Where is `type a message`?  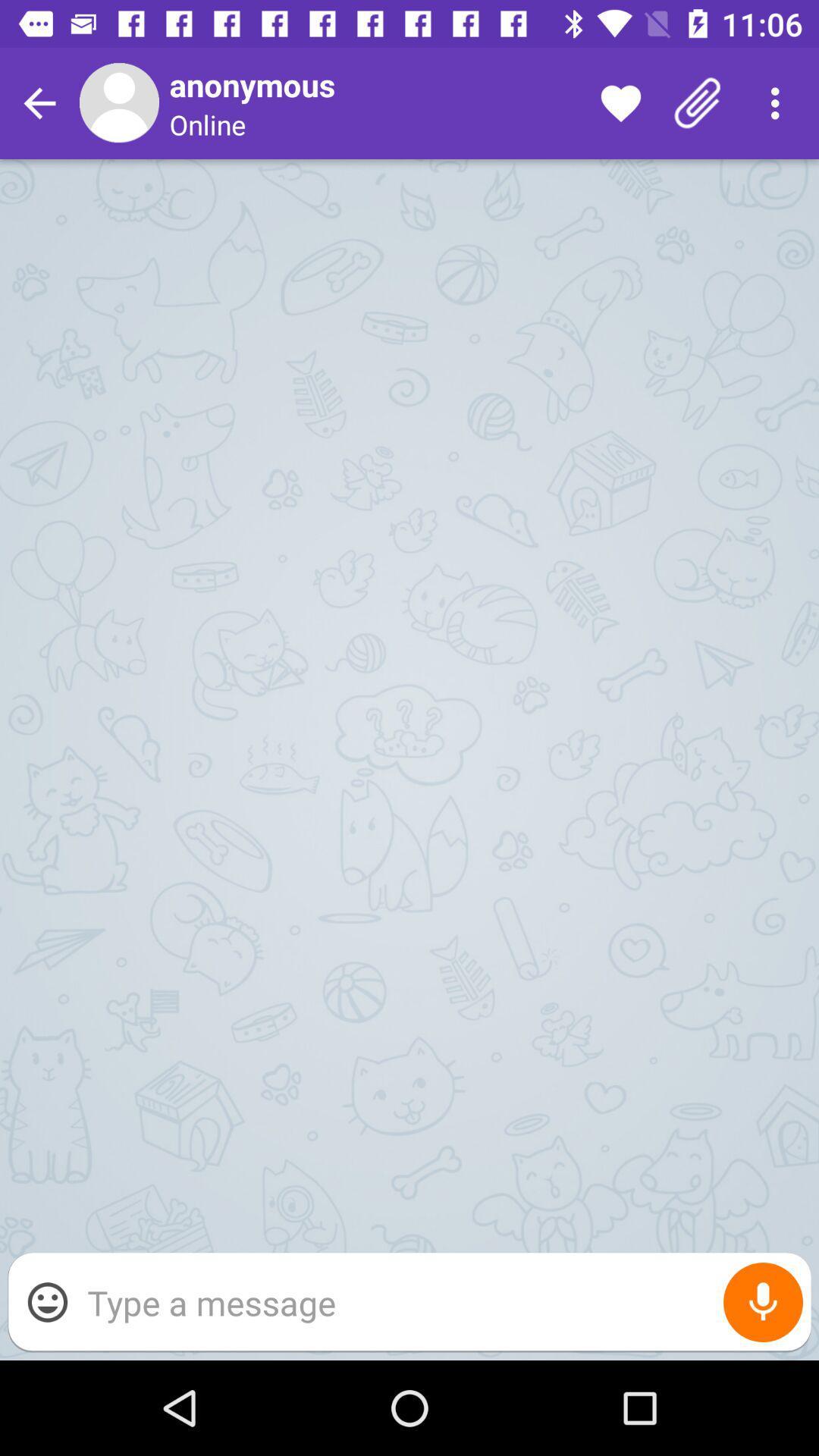
type a message is located at coordinates (441, 1301).